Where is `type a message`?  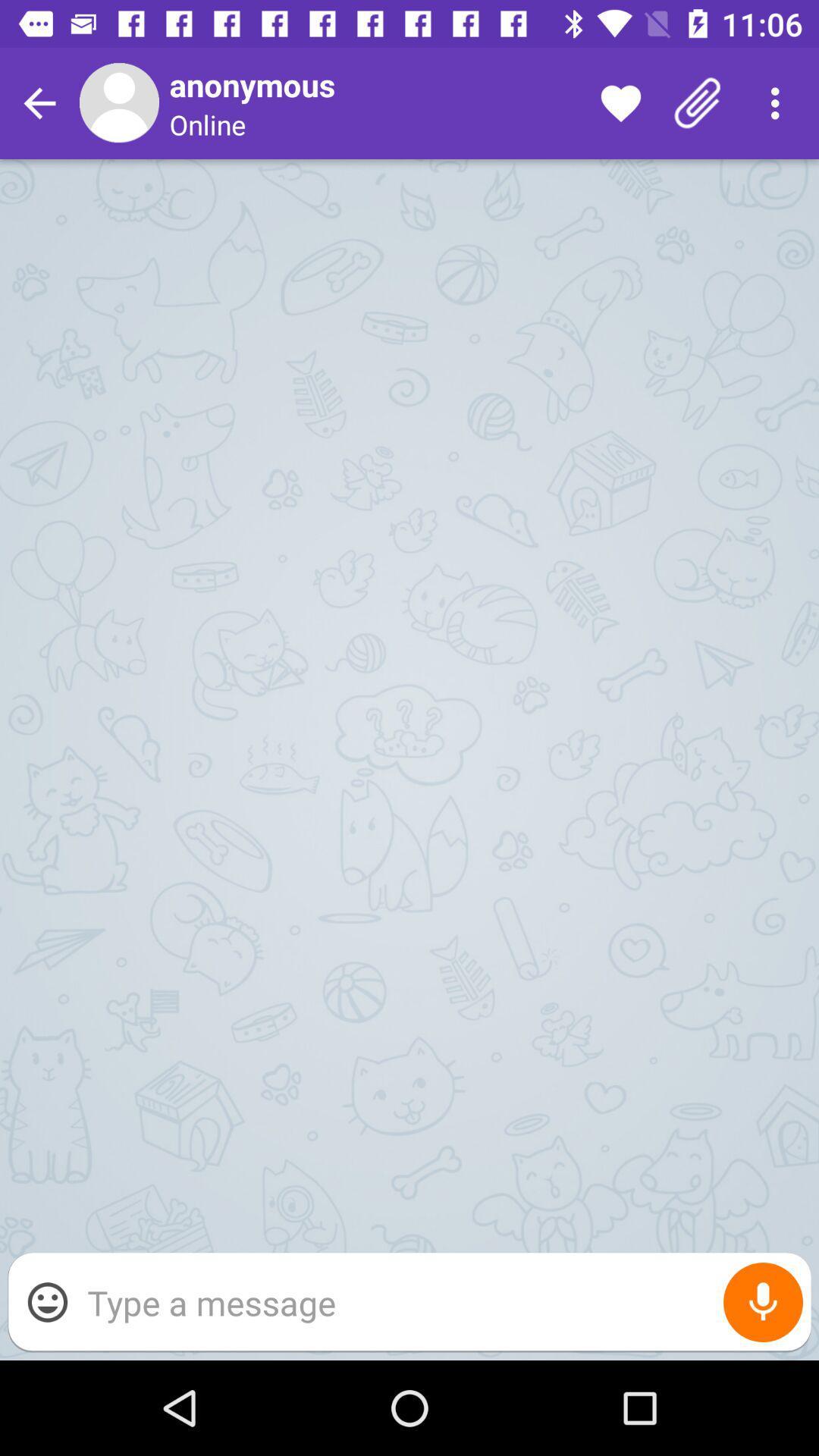
type a message is located at coordinates (441, 1301).